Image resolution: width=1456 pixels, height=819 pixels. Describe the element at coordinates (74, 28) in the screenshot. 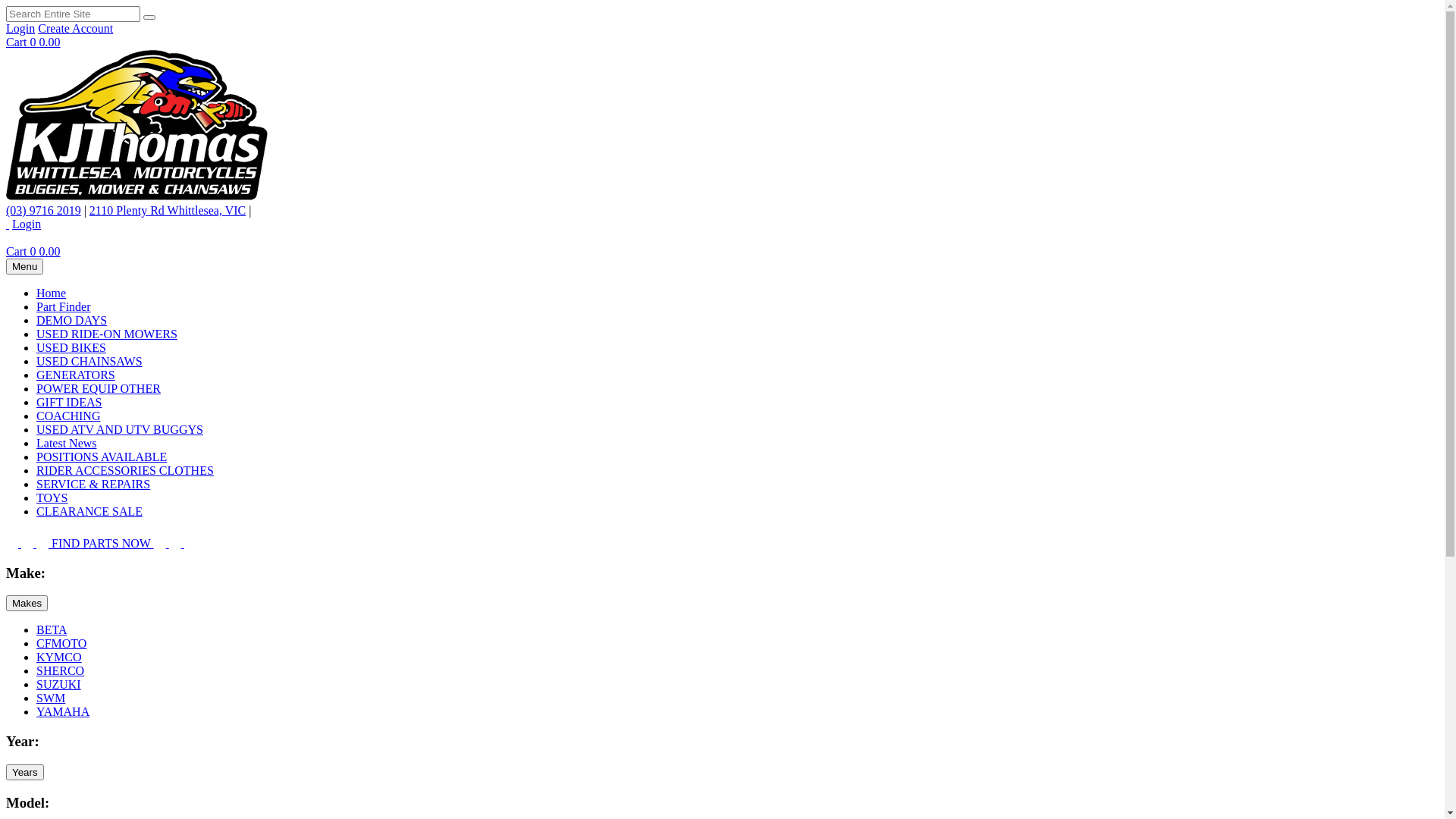

I see `'Create Account'` at that location.